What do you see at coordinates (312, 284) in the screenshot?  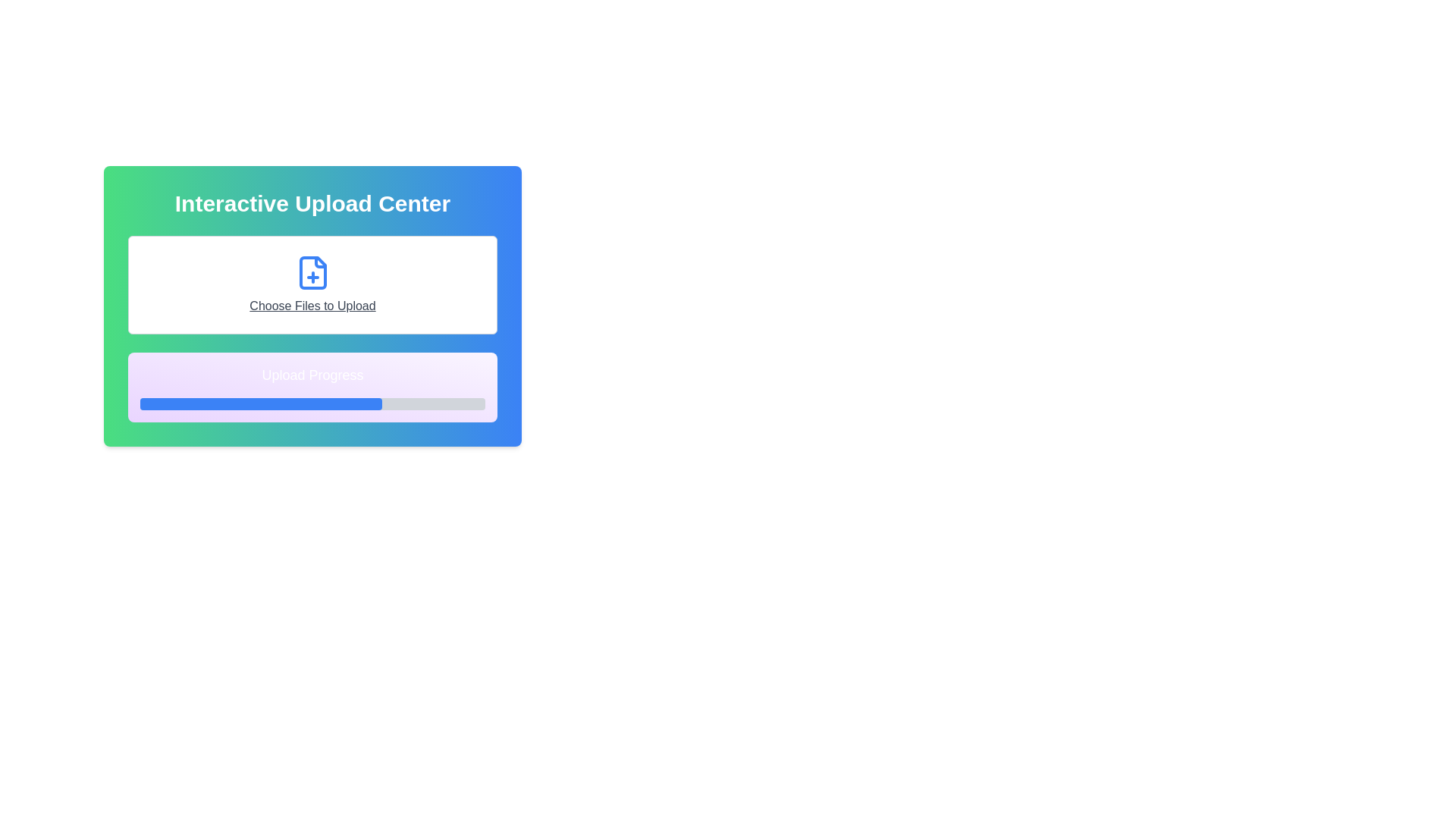 I see `the rectangular button with a white background, gray text, and a blue icon resembling a file with a plus sign, labeled 'Choose Files to Upload'` at bounding box center [312, 284].